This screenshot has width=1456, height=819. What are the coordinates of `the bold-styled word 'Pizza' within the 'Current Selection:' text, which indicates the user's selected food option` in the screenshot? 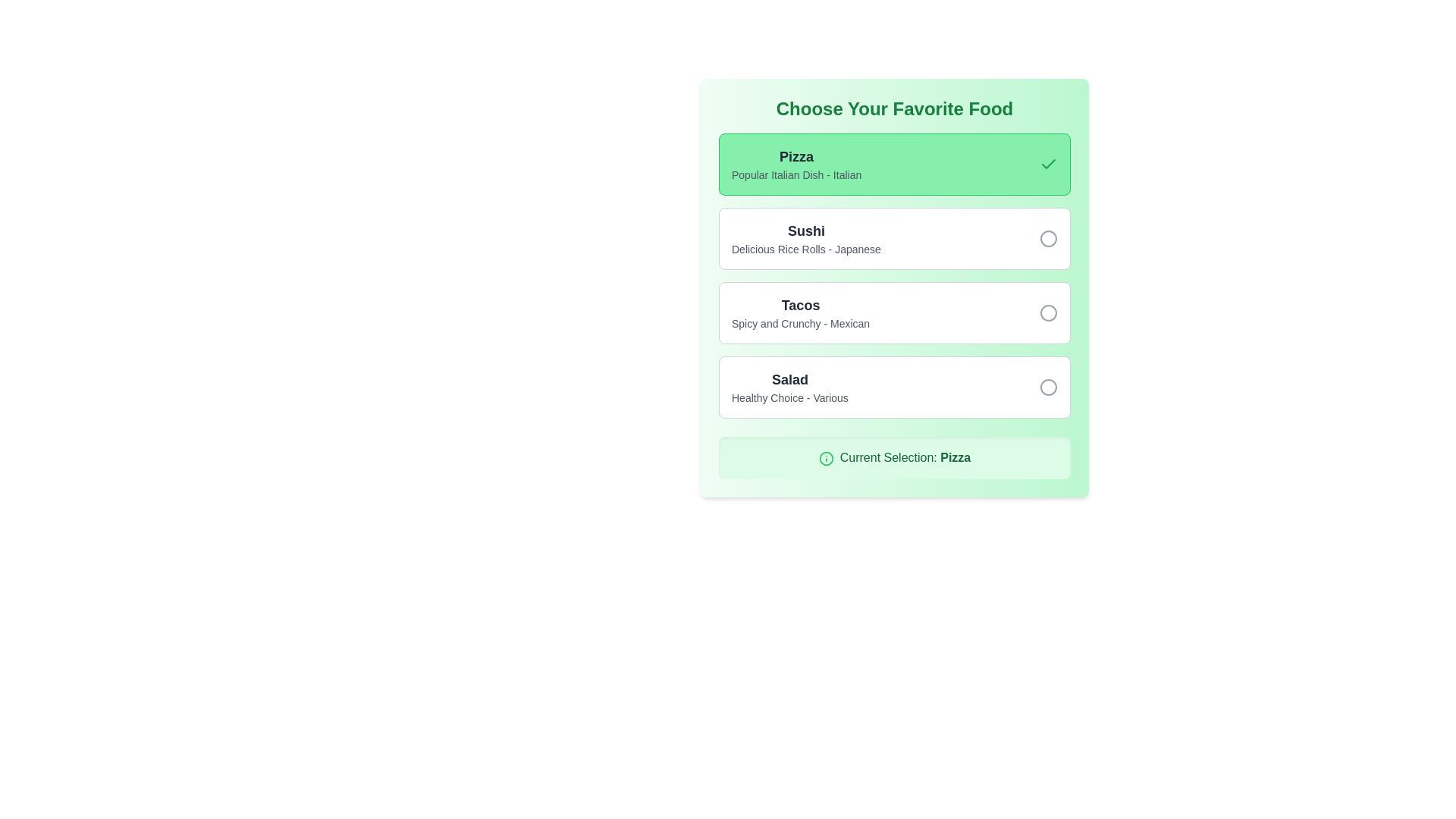 It's located at (955, 457).